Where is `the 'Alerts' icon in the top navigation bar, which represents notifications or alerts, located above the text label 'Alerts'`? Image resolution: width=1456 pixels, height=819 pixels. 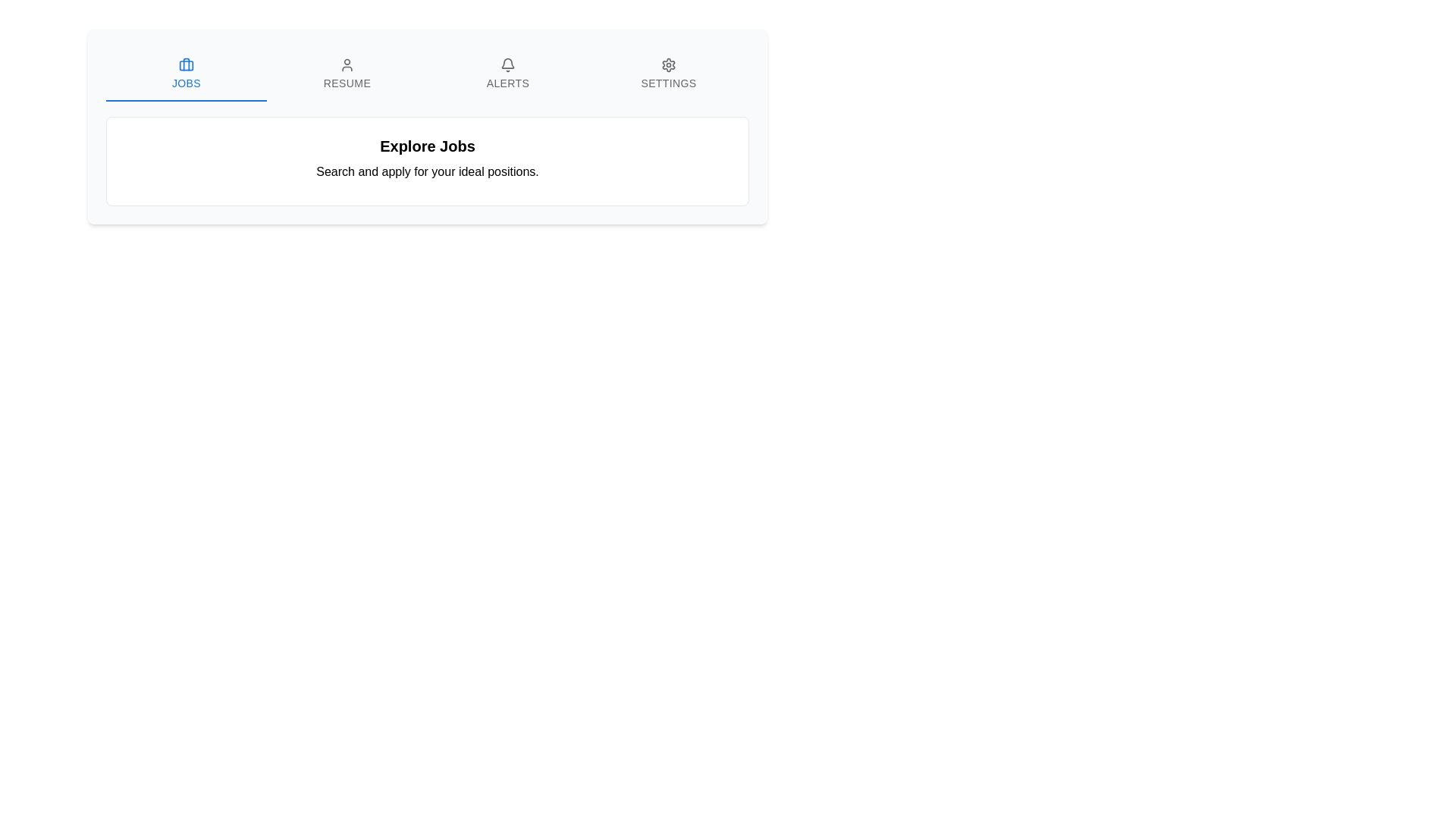
the 'Alerts' icon in the top navigation bar, which represents notifications or alerts, located above the text label 'Alerts' is located at coordinates (508, 64).